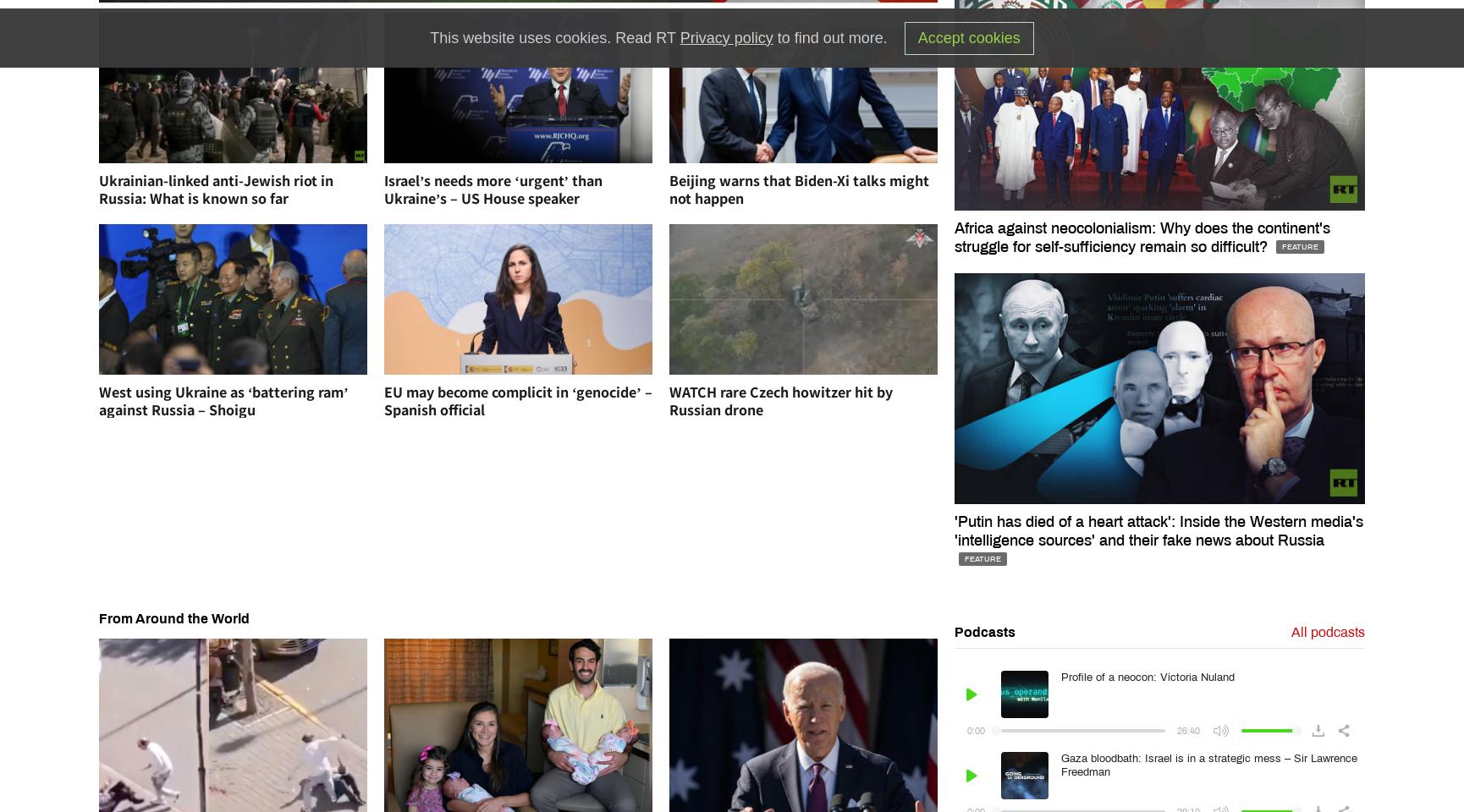 The height and width of the screenshot is (812, 1464). I want to click on 'From Around the World', so click(98, 617).